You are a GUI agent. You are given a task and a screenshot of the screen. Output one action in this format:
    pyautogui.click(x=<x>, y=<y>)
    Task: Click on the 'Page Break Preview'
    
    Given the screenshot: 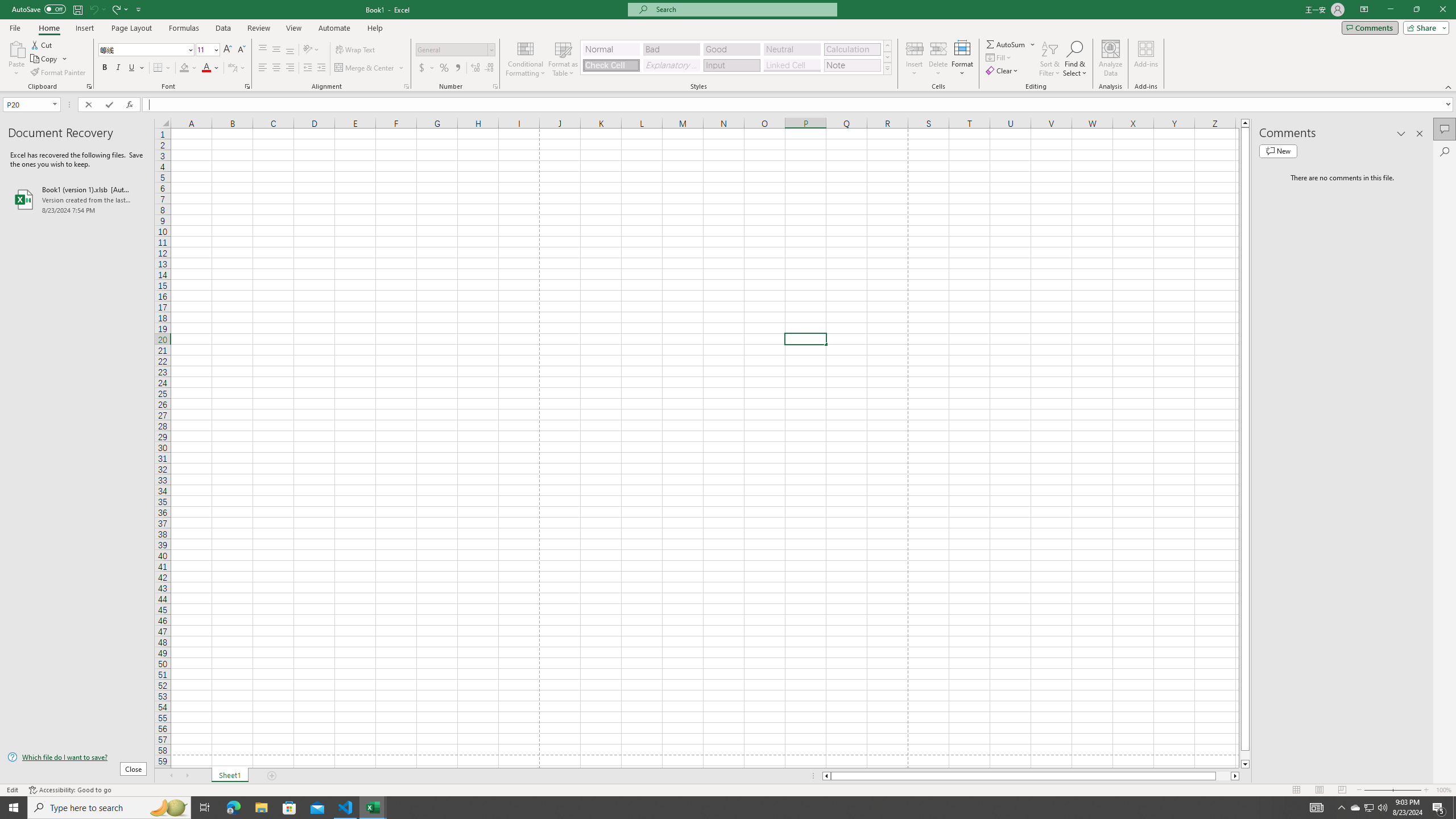 What is the action you would take?
    pyautogui.click(x=1342, y=790)
    